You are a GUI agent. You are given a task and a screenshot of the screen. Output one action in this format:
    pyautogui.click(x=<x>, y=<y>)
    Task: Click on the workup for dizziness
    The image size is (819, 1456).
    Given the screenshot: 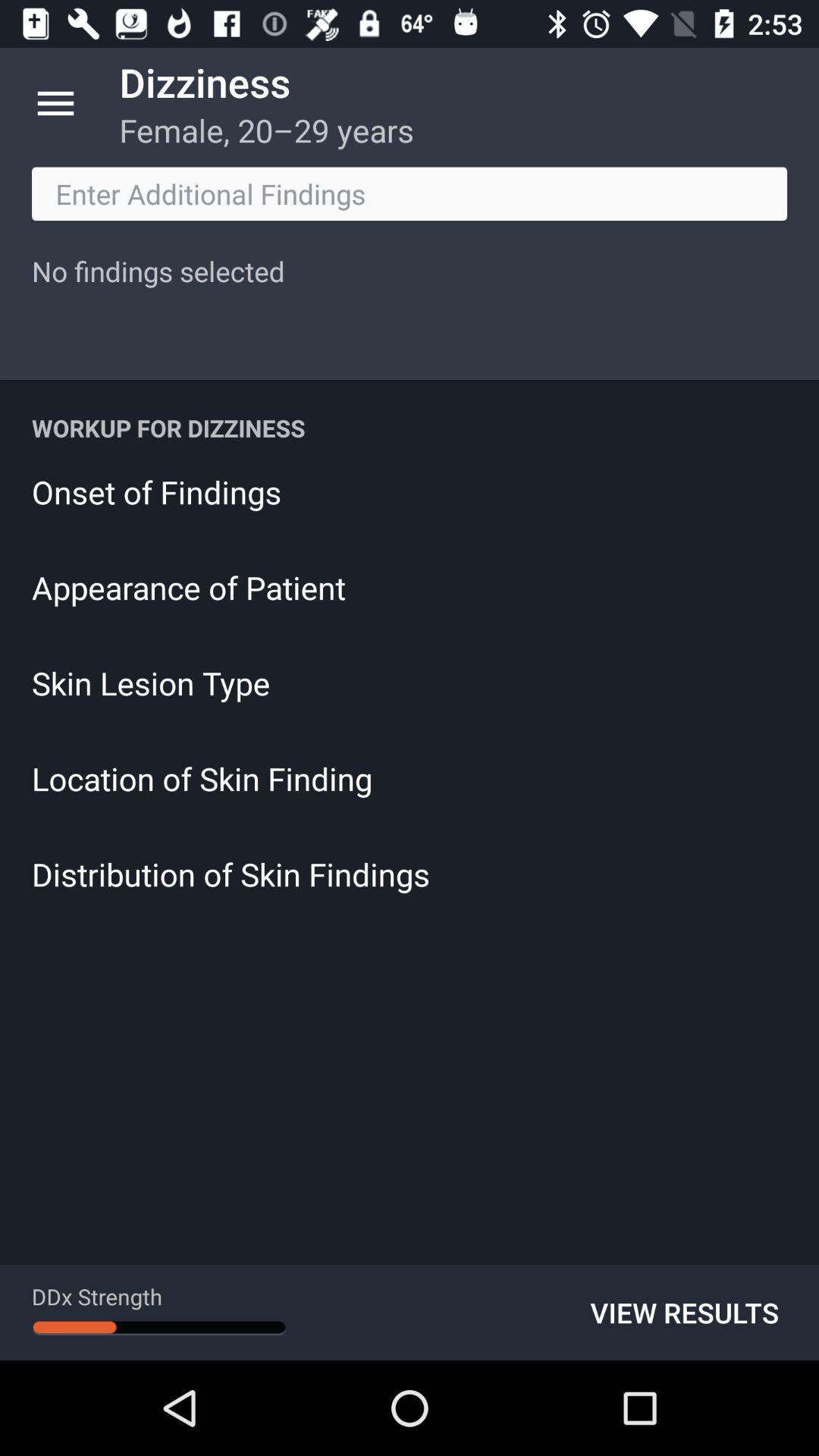 What is the action you would take?
    pyautogui.click(x=409, y=427)
    